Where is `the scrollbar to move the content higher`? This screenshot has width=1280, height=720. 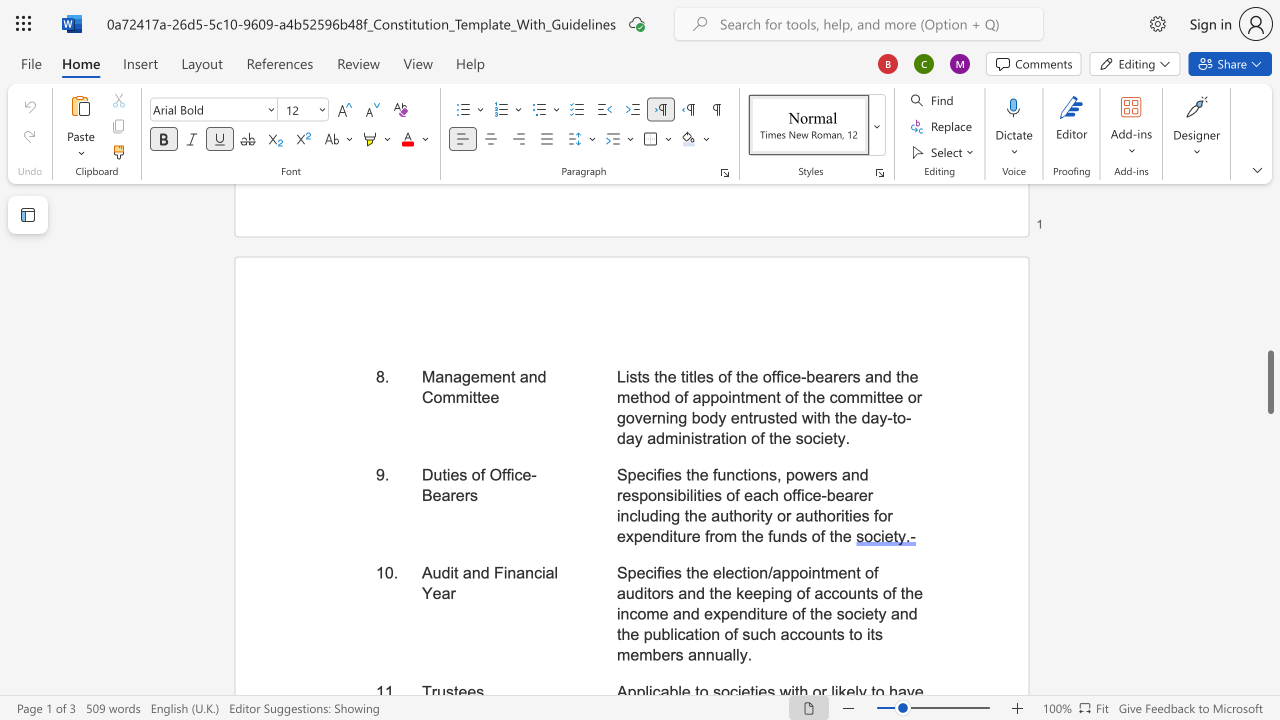
the scrollbar to move the content higher is located at coordinates (1269, 338).